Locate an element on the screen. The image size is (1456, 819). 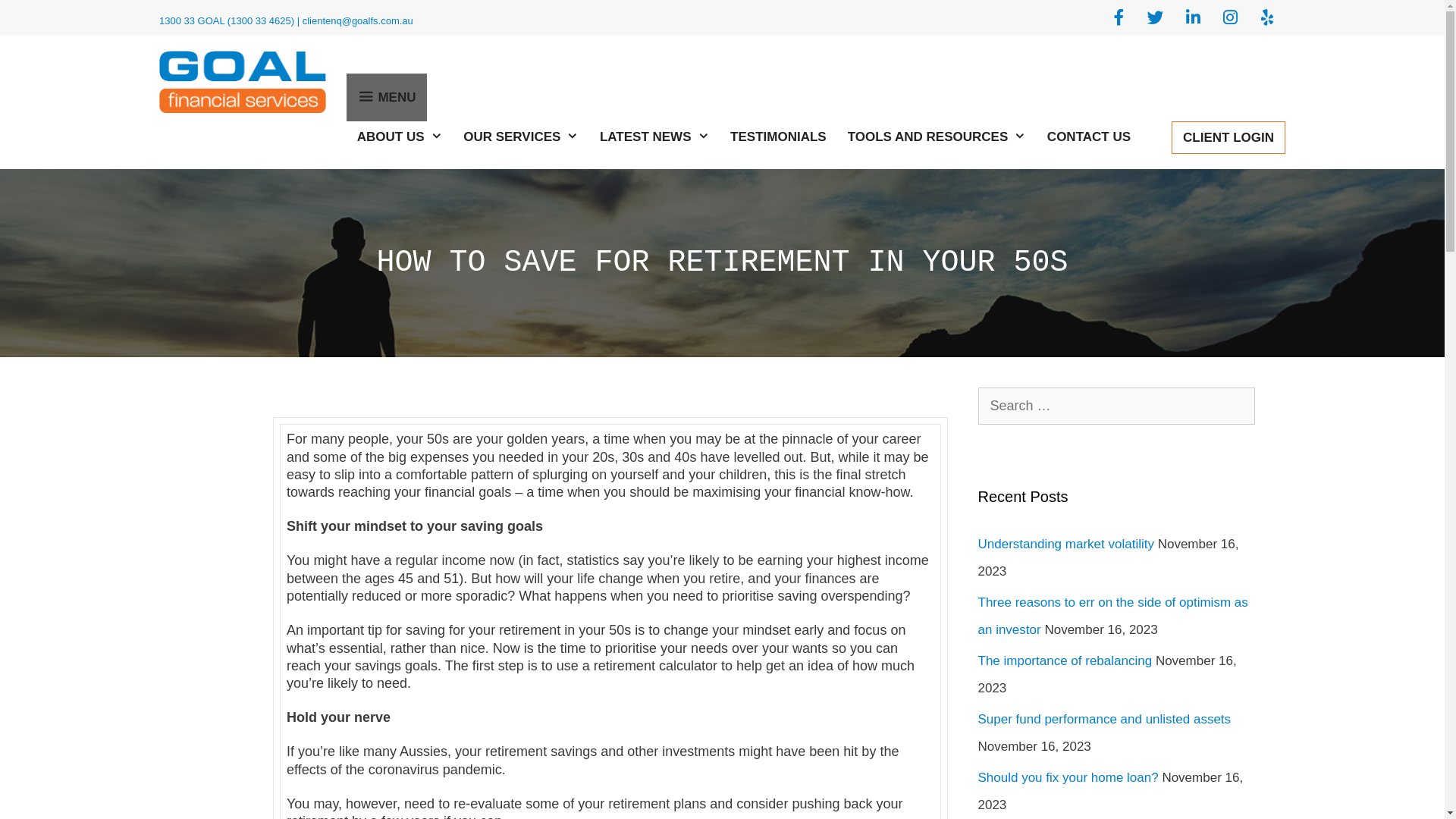
'TOOLS AND RESOURCES' is located at coordinates (936, 136).